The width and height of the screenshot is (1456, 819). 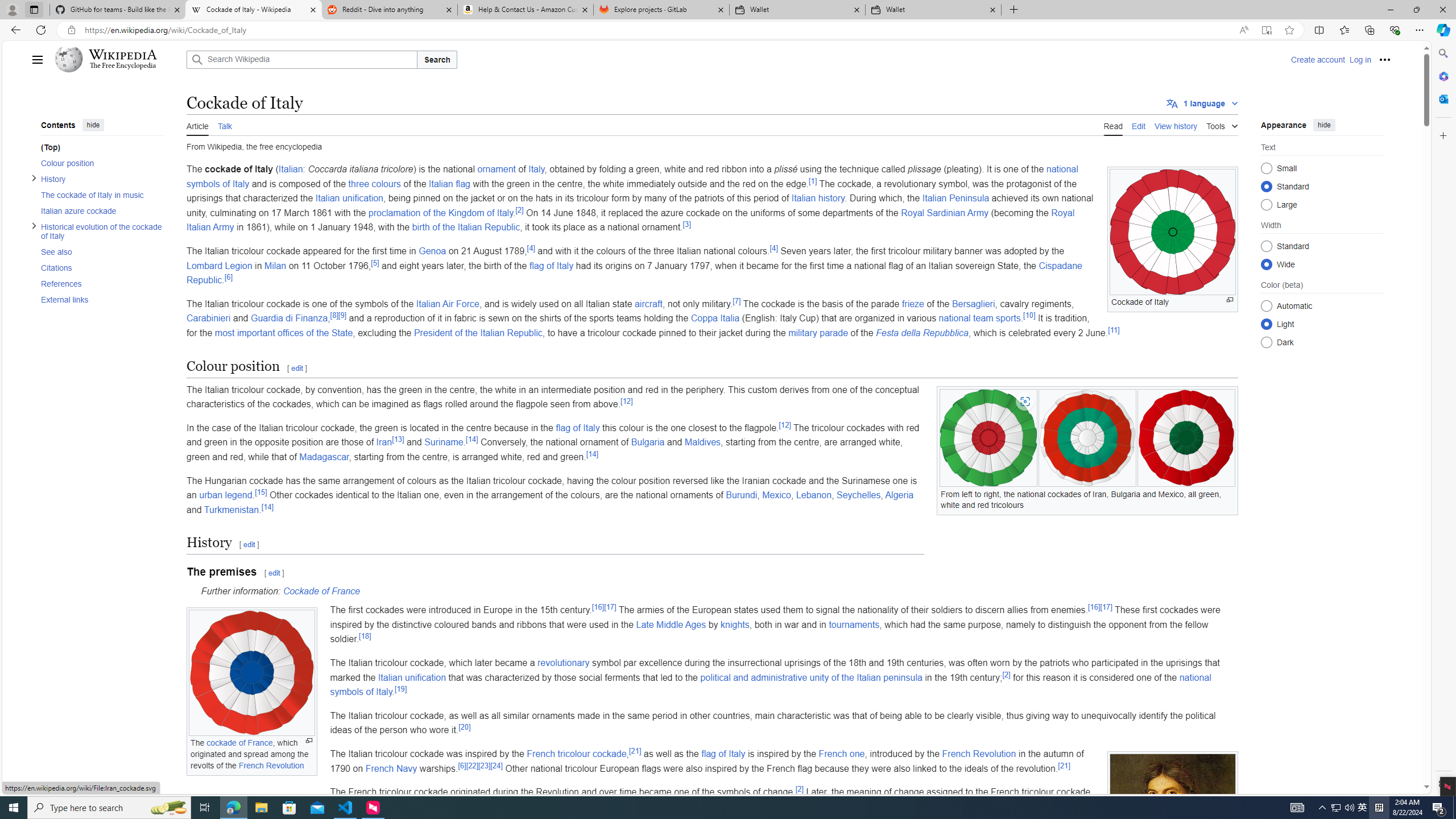 I want to click on 'Citations', so click(x=102, y=267).